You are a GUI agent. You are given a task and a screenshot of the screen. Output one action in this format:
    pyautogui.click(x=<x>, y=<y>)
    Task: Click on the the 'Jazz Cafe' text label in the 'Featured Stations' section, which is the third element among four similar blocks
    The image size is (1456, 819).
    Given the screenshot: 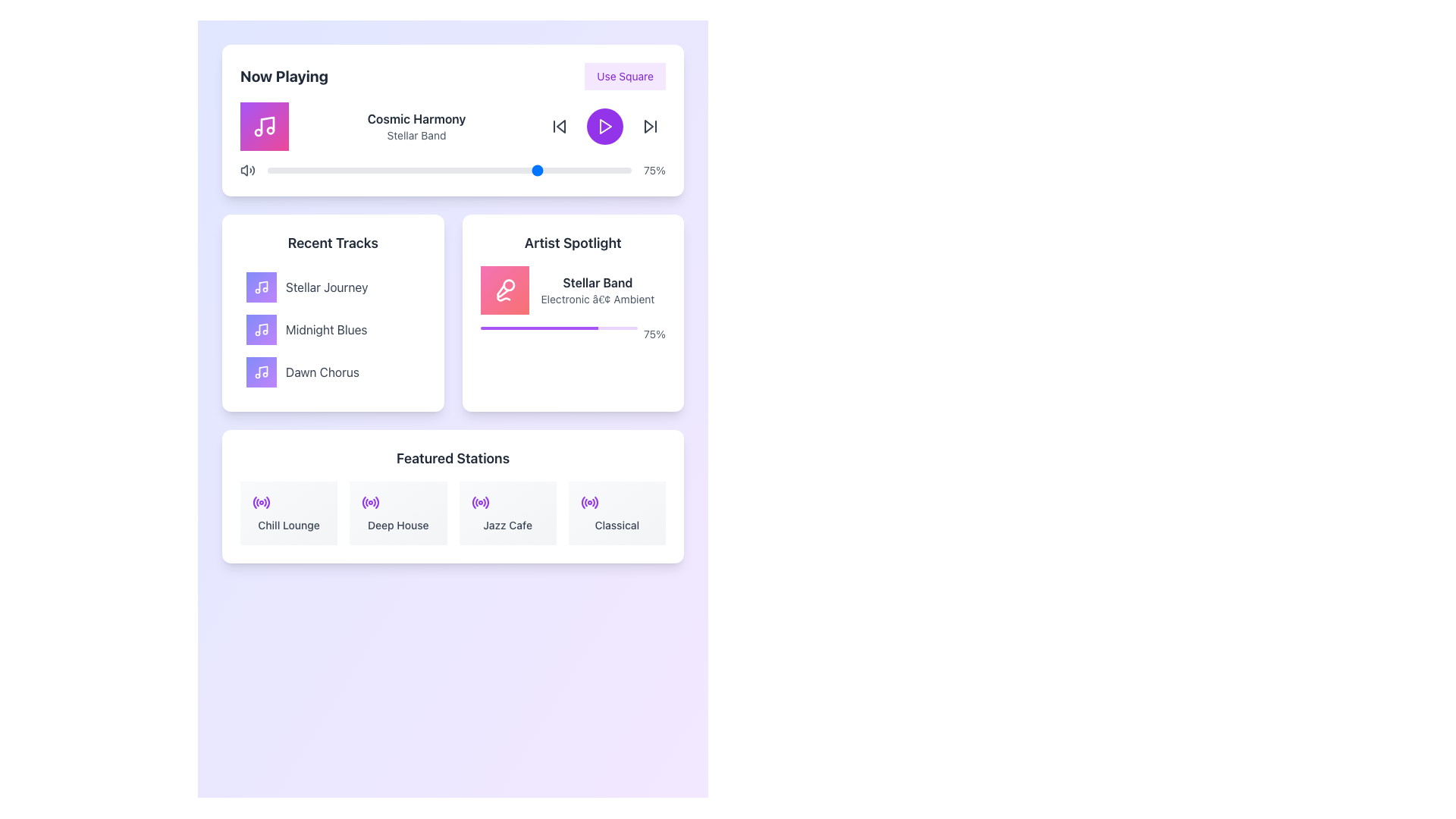 What is the action you would take?
    pyautogui.click(x=507, y=525)
    